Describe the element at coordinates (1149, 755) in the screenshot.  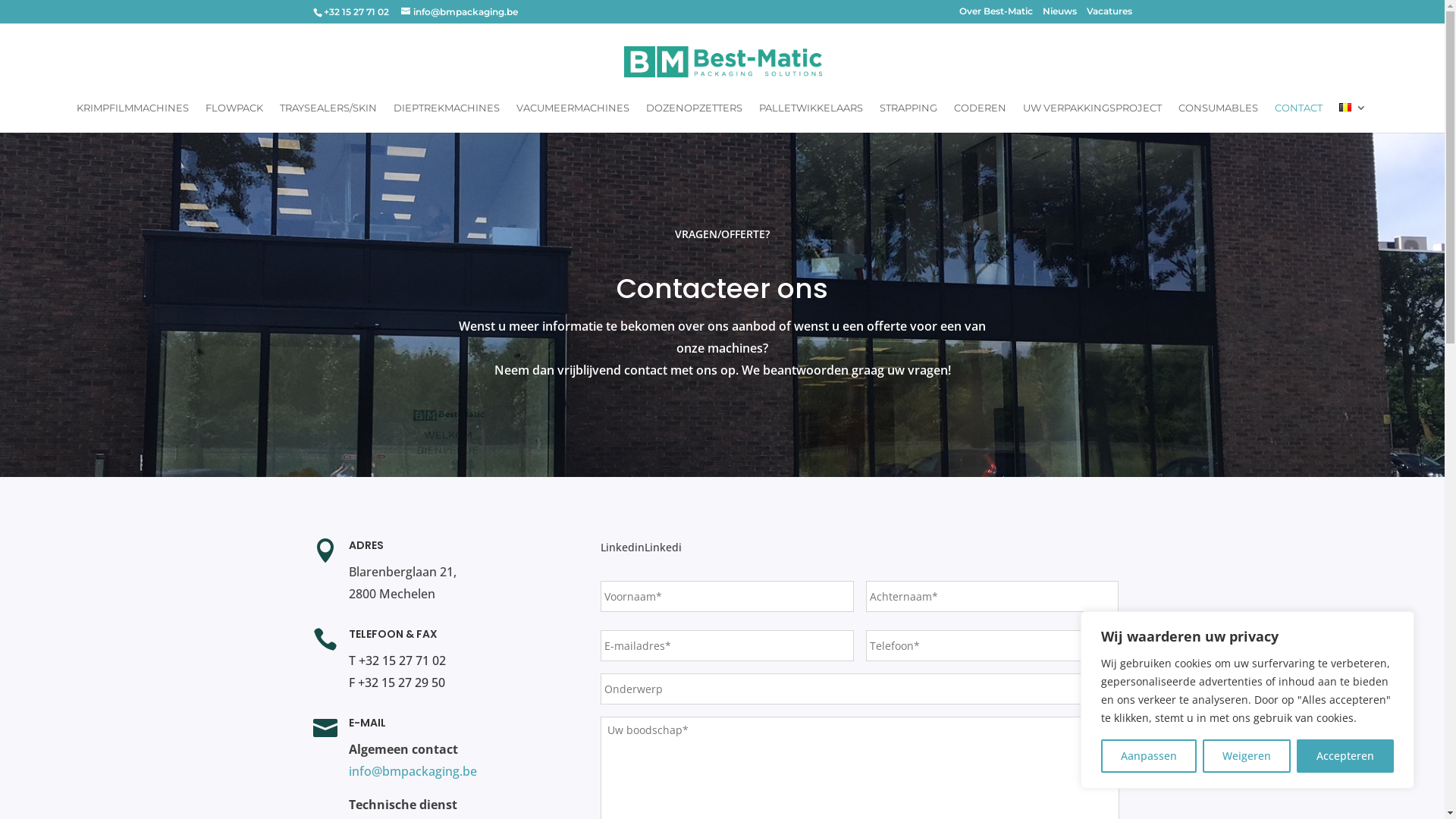
I see `'Aanpassen'` at that location.